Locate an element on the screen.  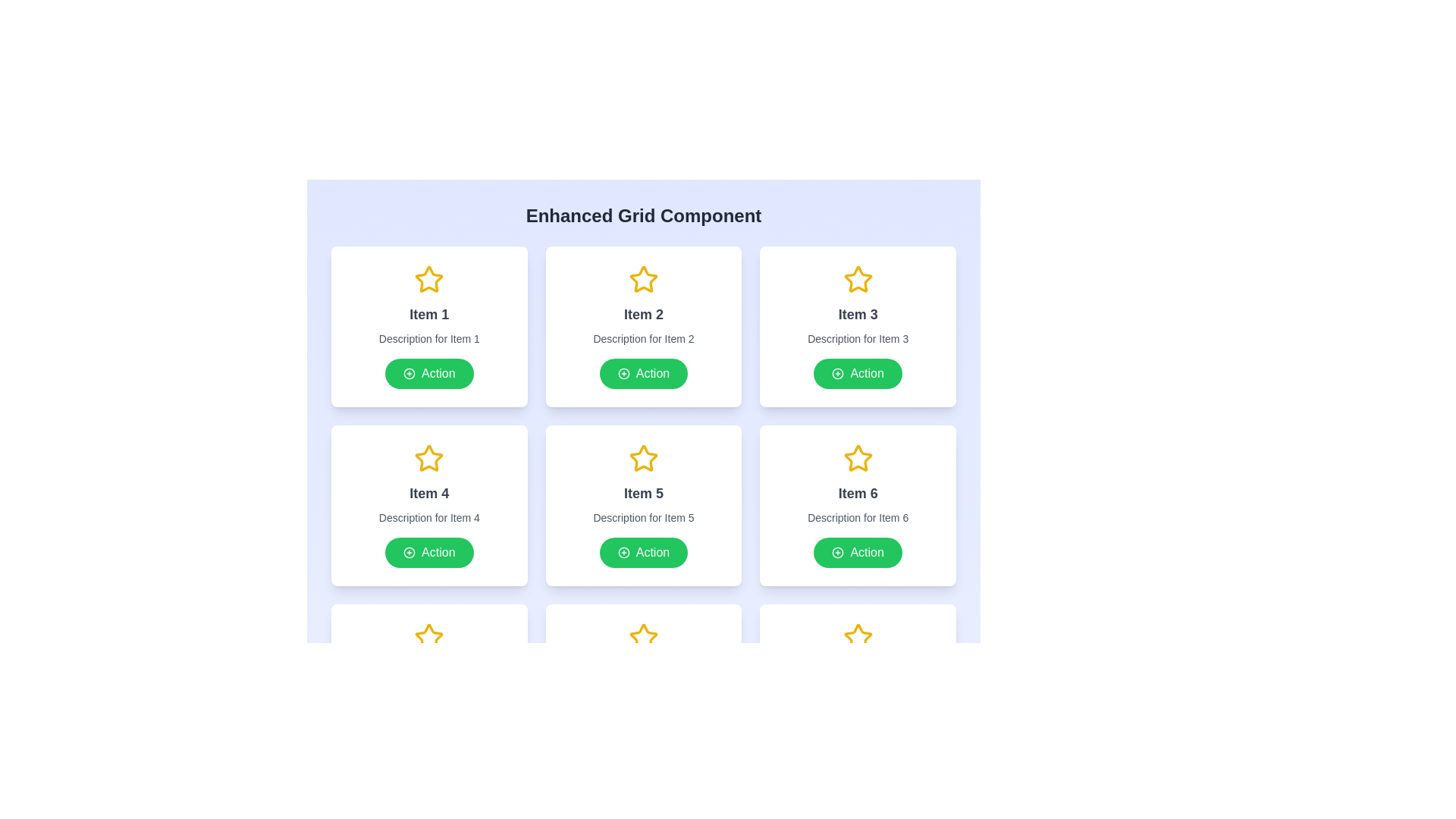
the 'Action' text label inside the green button located at the bottom-right of the third card in the second row of the grid layout is located at coordinates (867, 374).